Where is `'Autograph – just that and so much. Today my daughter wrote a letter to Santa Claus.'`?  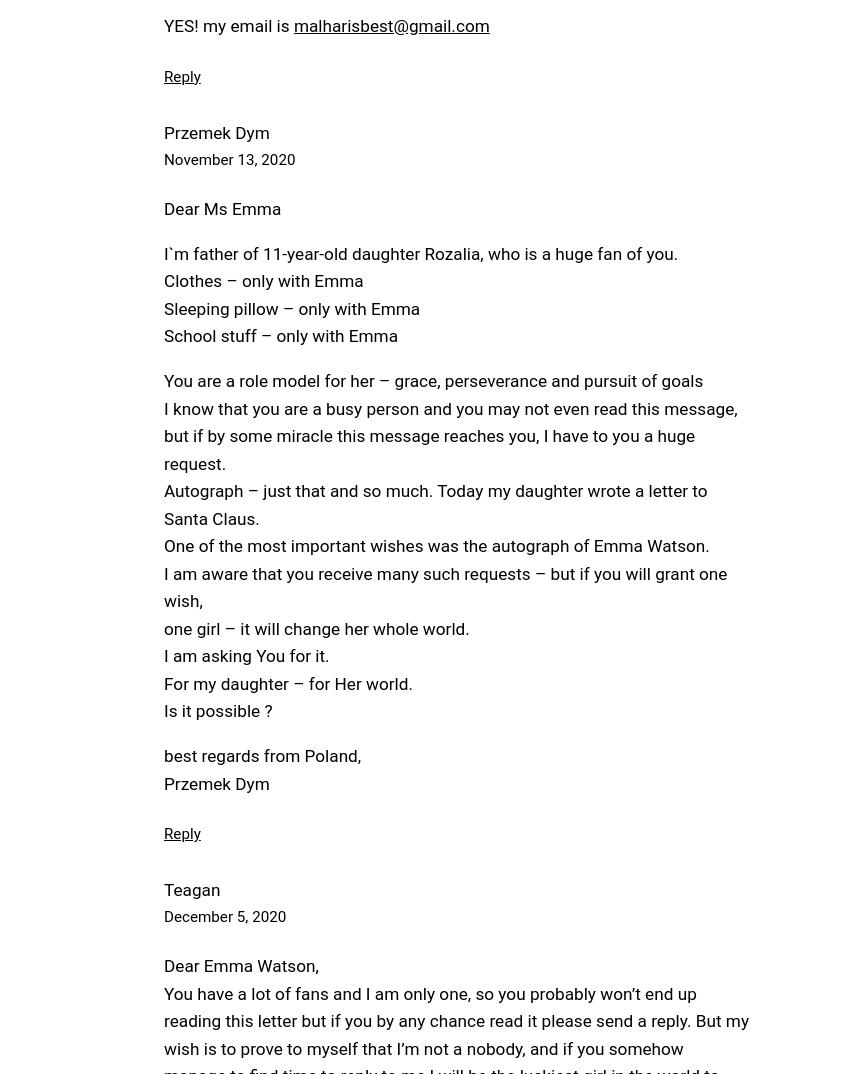 'Autograph – just that and so much. Today my daughter wrote a letter to Santa Claus.' is located at coordinates (434, 504).